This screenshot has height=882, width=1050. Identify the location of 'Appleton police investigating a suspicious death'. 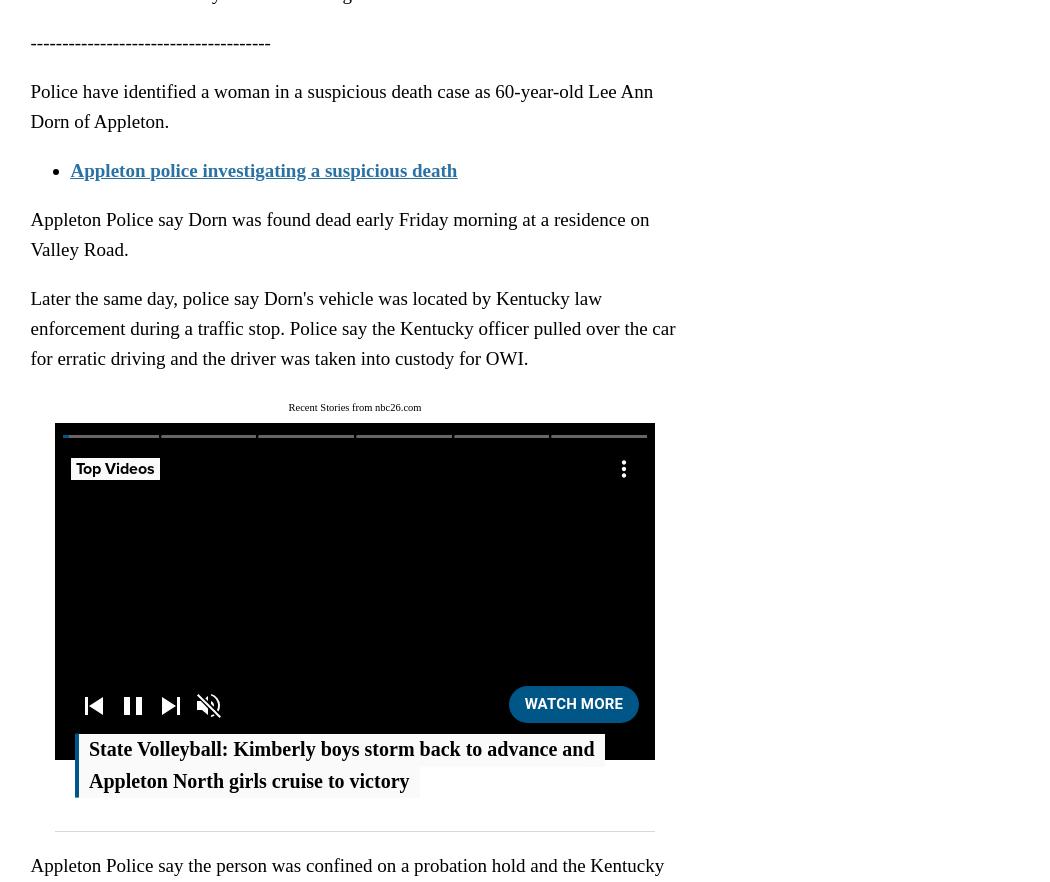
(262, 168).